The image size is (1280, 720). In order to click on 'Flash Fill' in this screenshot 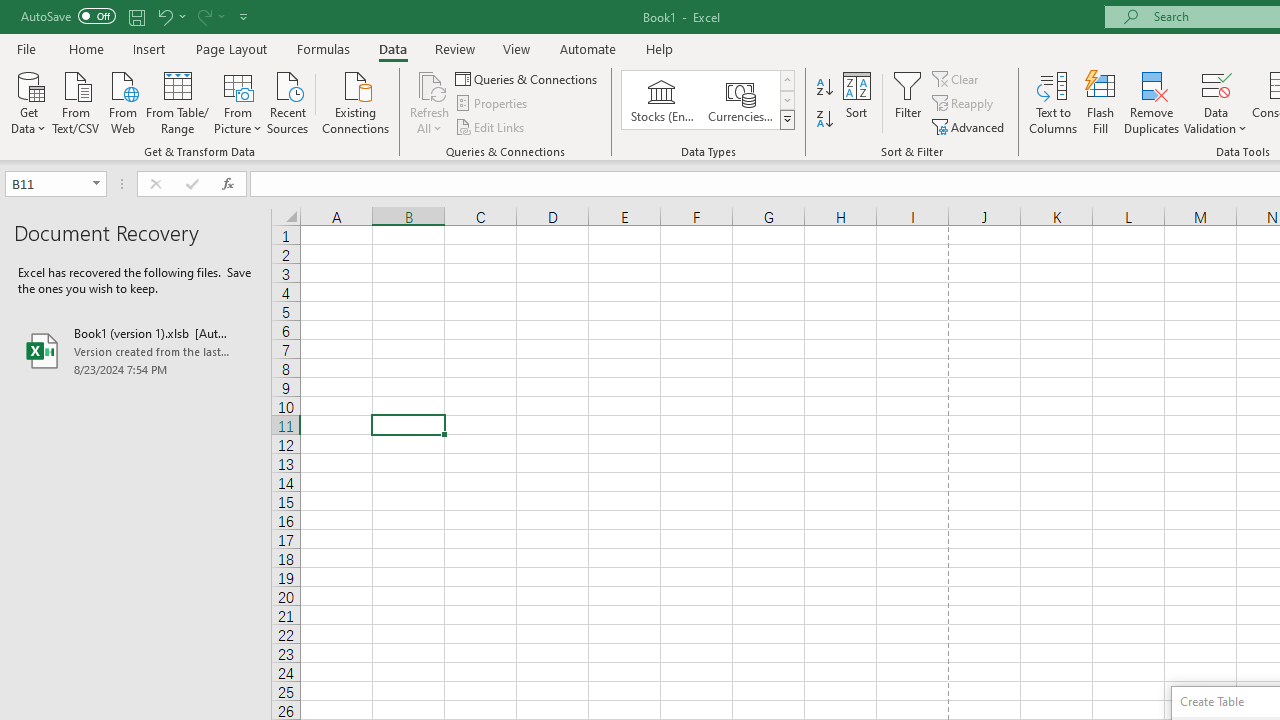, I will do `click(1100, 103)`.